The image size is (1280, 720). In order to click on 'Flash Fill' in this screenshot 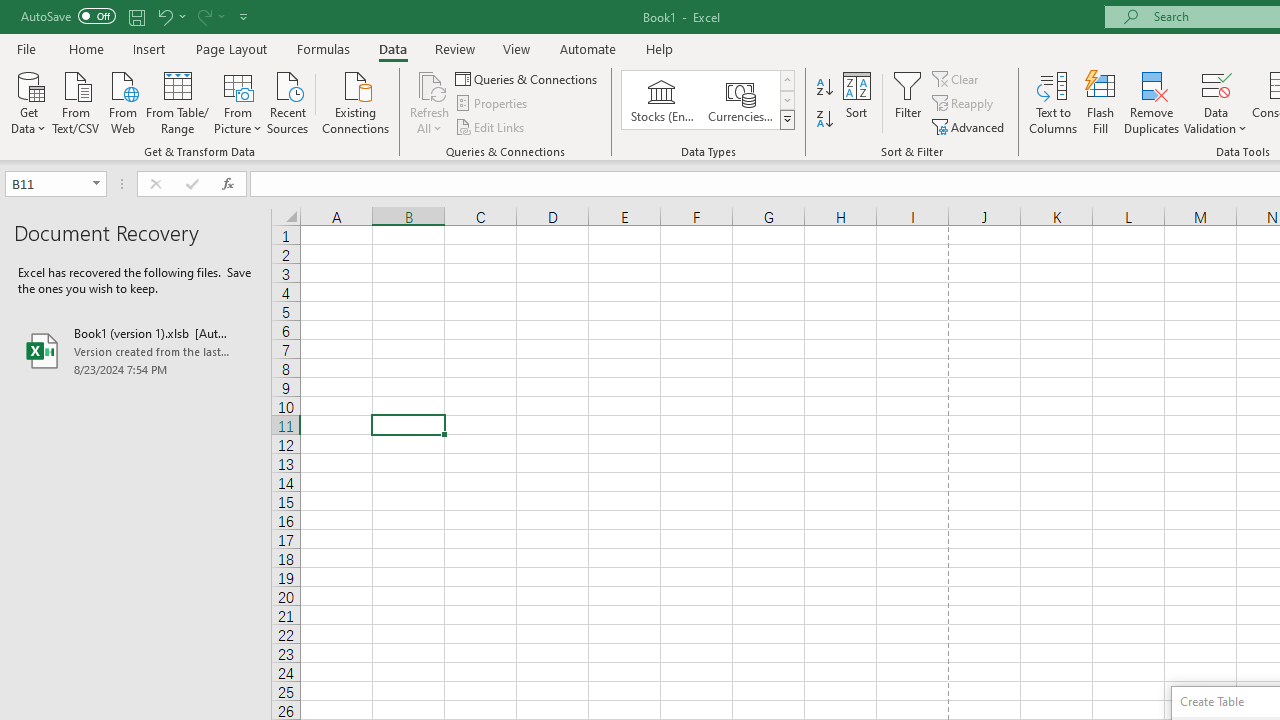, I will do `click(1100, 103)`.